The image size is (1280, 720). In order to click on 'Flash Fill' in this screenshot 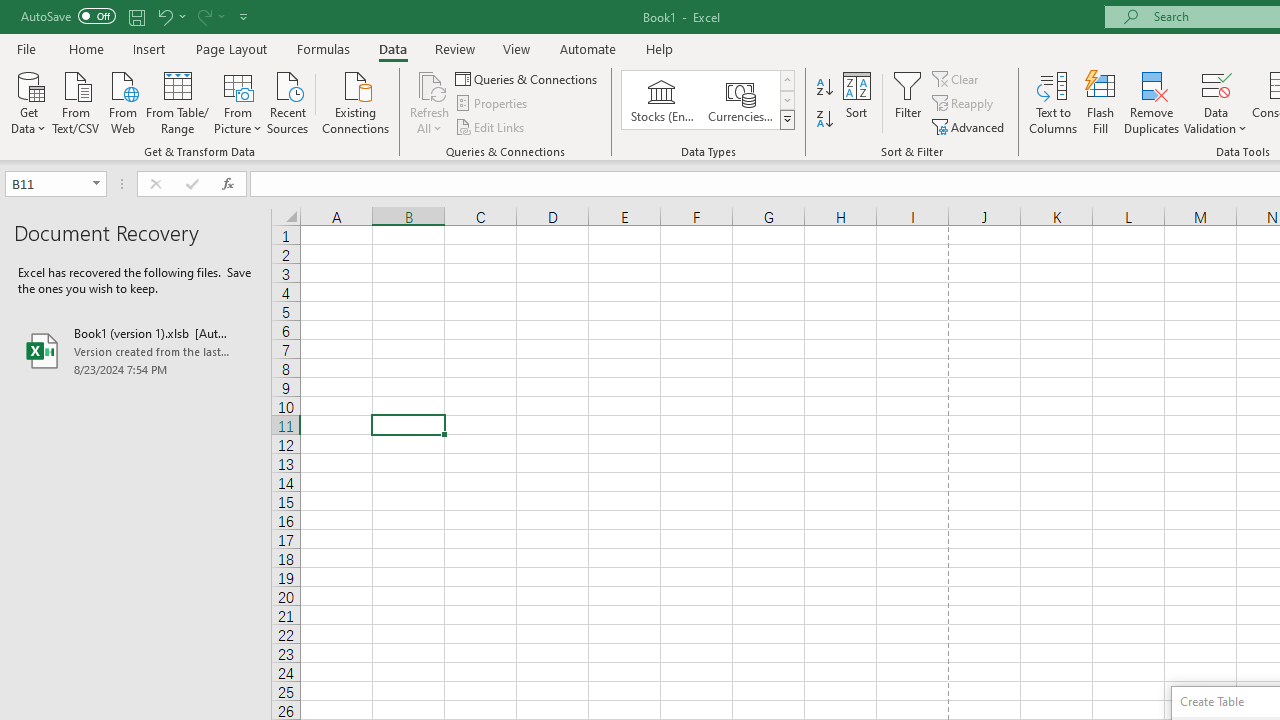, I will do `click(1100, 103)`.